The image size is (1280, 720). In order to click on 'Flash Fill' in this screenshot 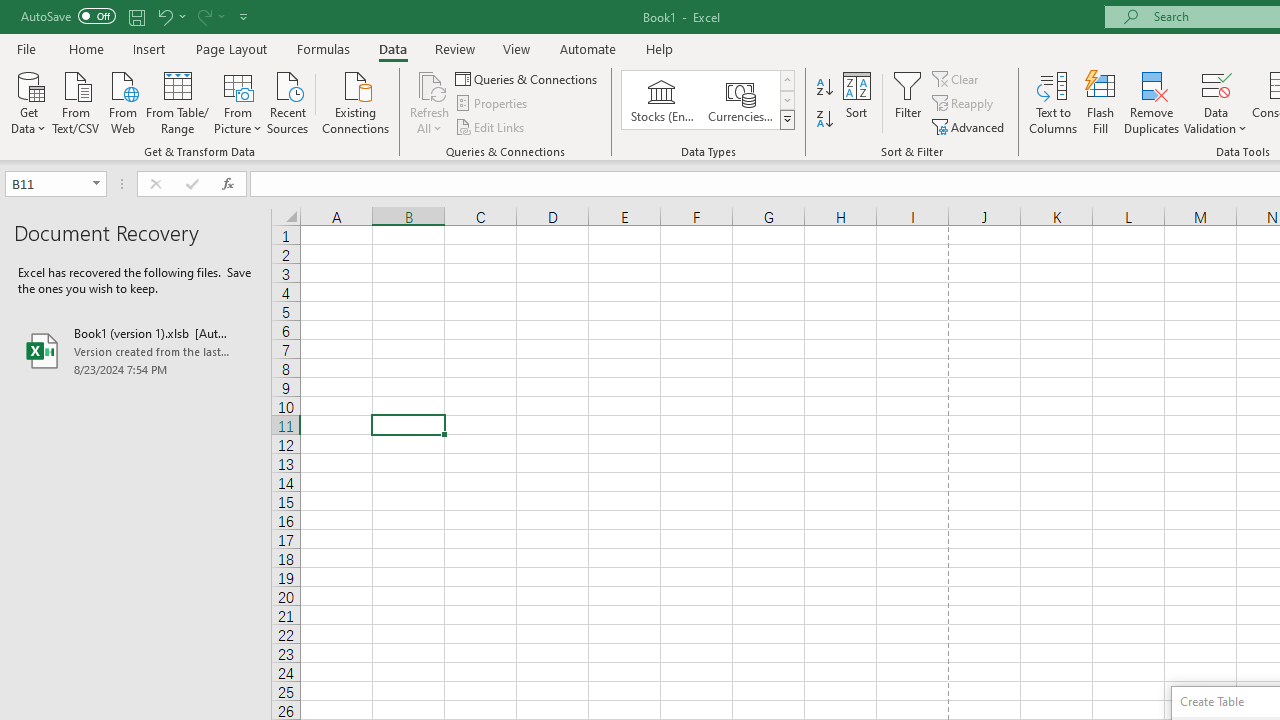, I will do `click(1100, 103)`.